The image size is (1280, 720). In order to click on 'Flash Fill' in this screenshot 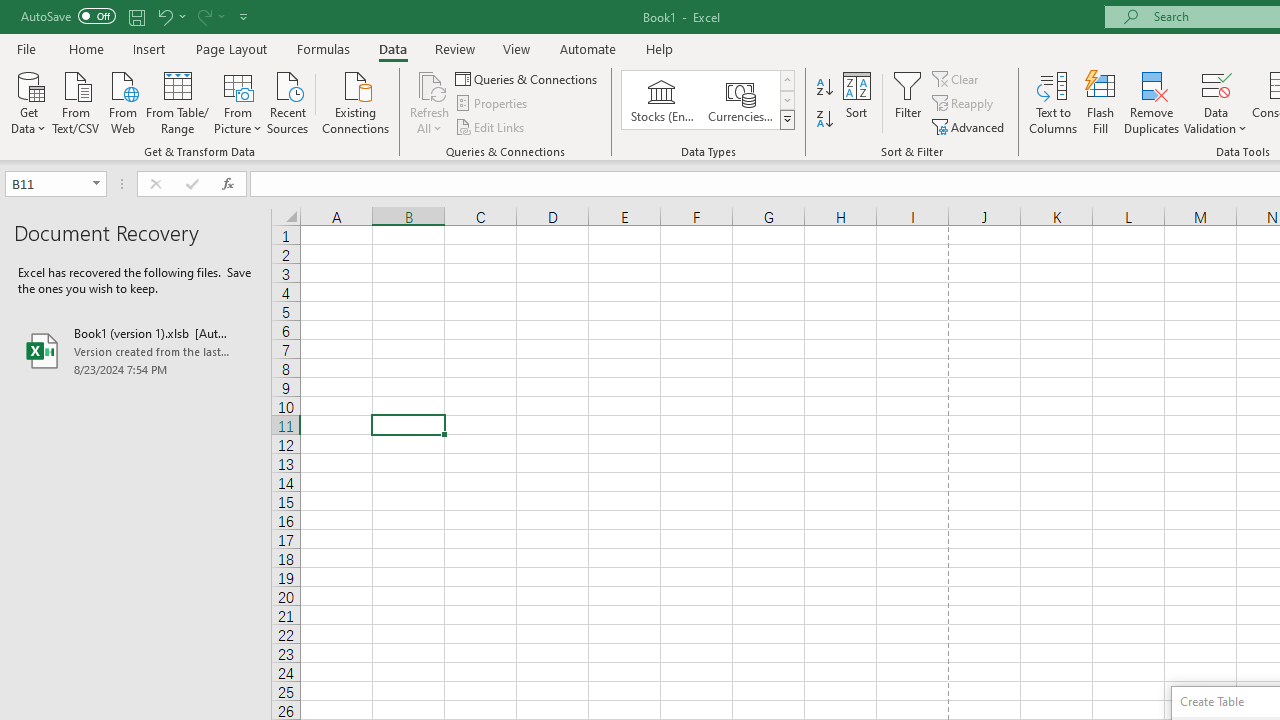, I will do `click(1100, 103)`.